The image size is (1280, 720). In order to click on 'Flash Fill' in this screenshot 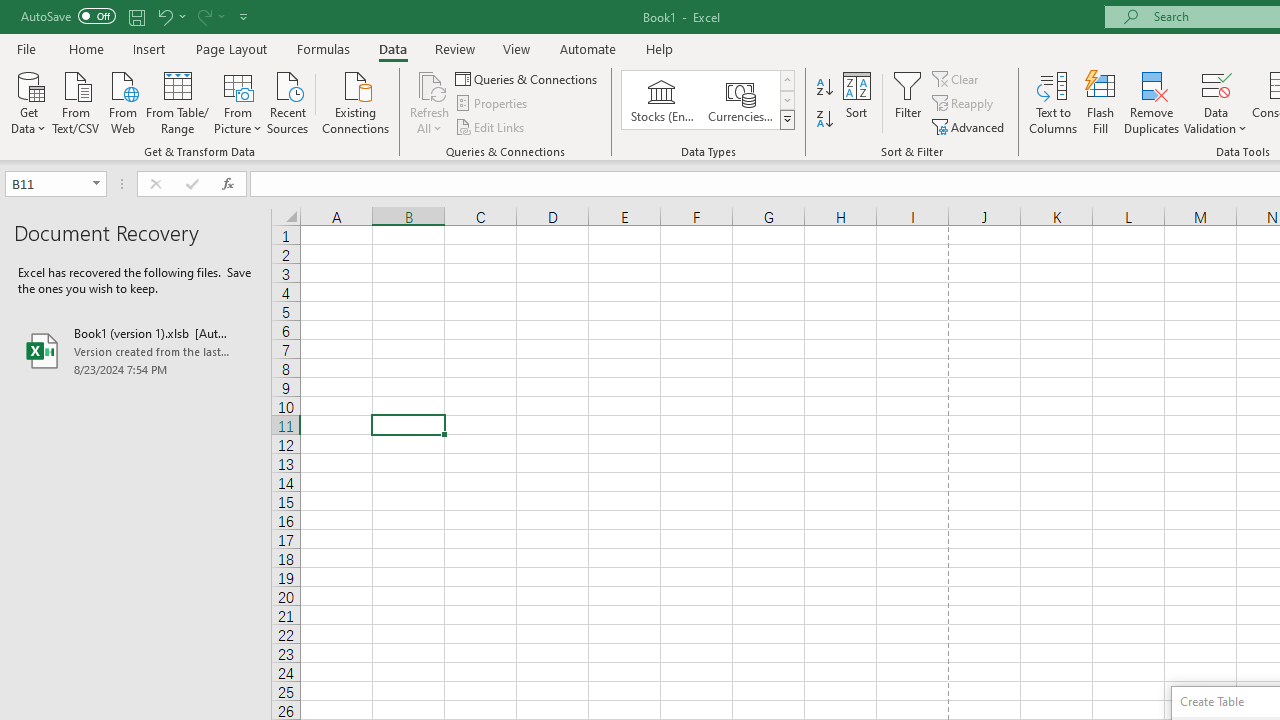, I will do `click(1100, 103)`.